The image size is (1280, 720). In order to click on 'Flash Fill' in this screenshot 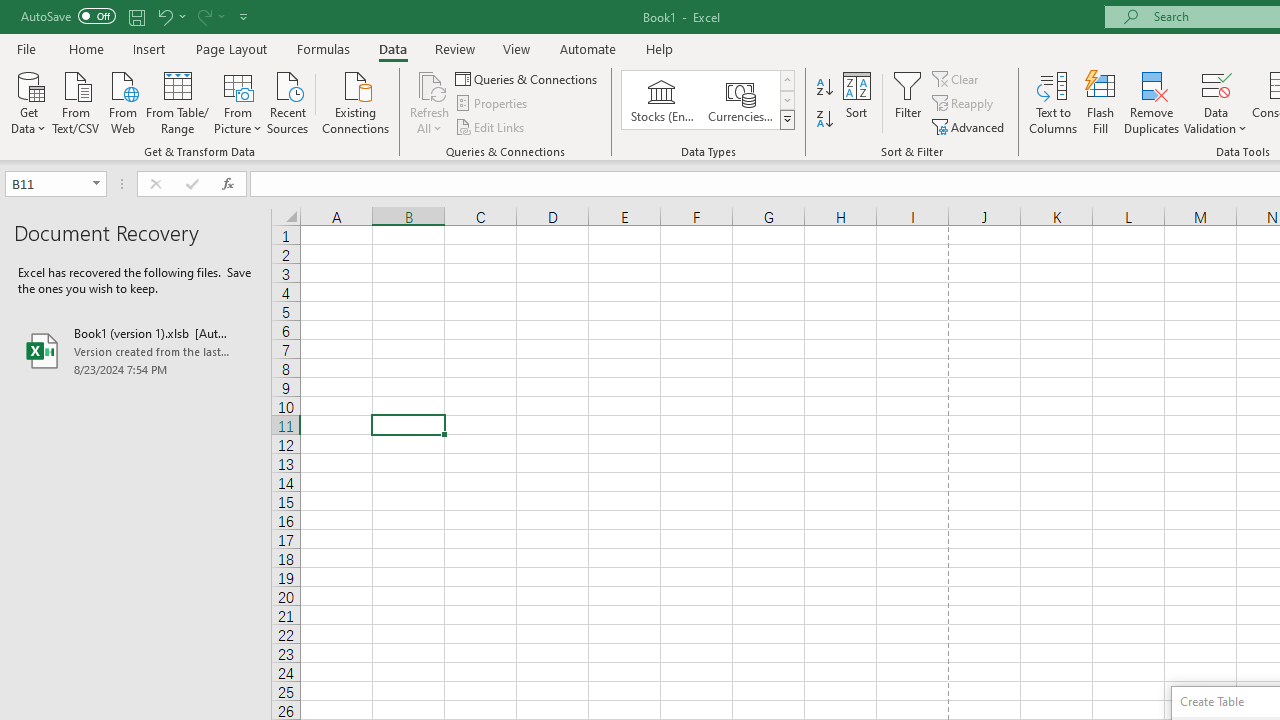, I will do `click(1100, 103)`.